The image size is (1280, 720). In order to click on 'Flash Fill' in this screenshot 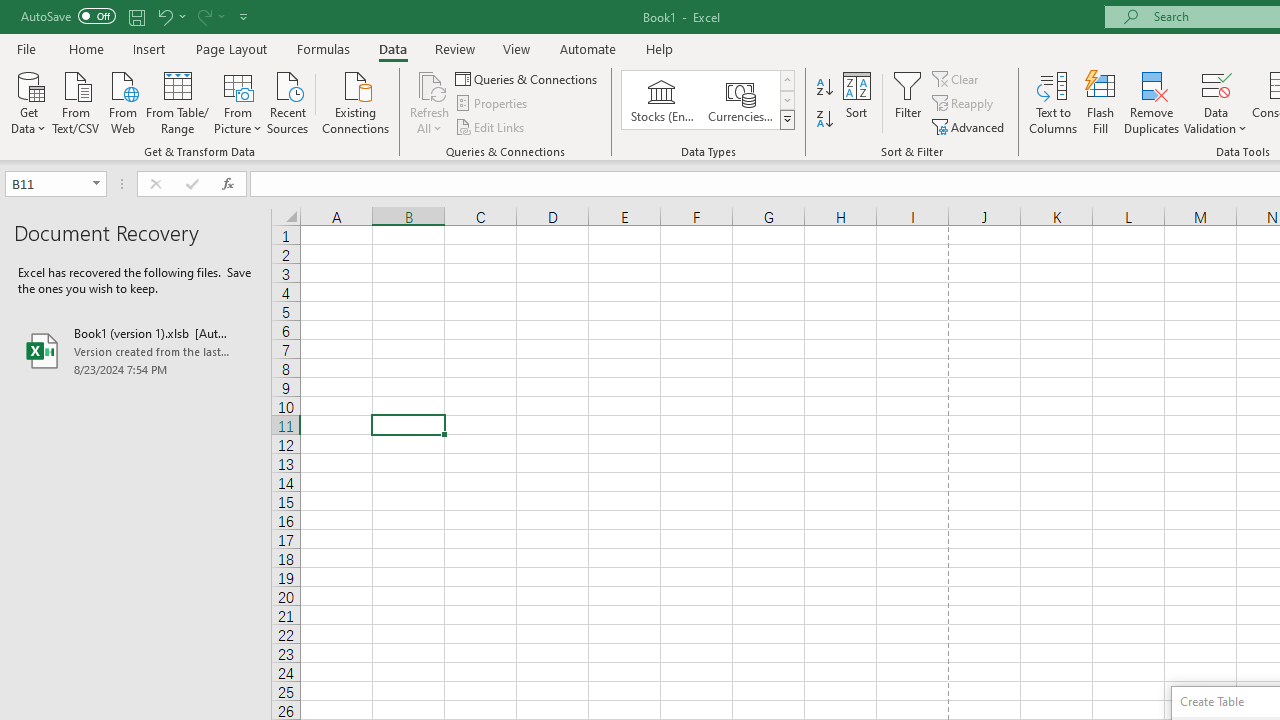, I will do `click(1100, 103)`.